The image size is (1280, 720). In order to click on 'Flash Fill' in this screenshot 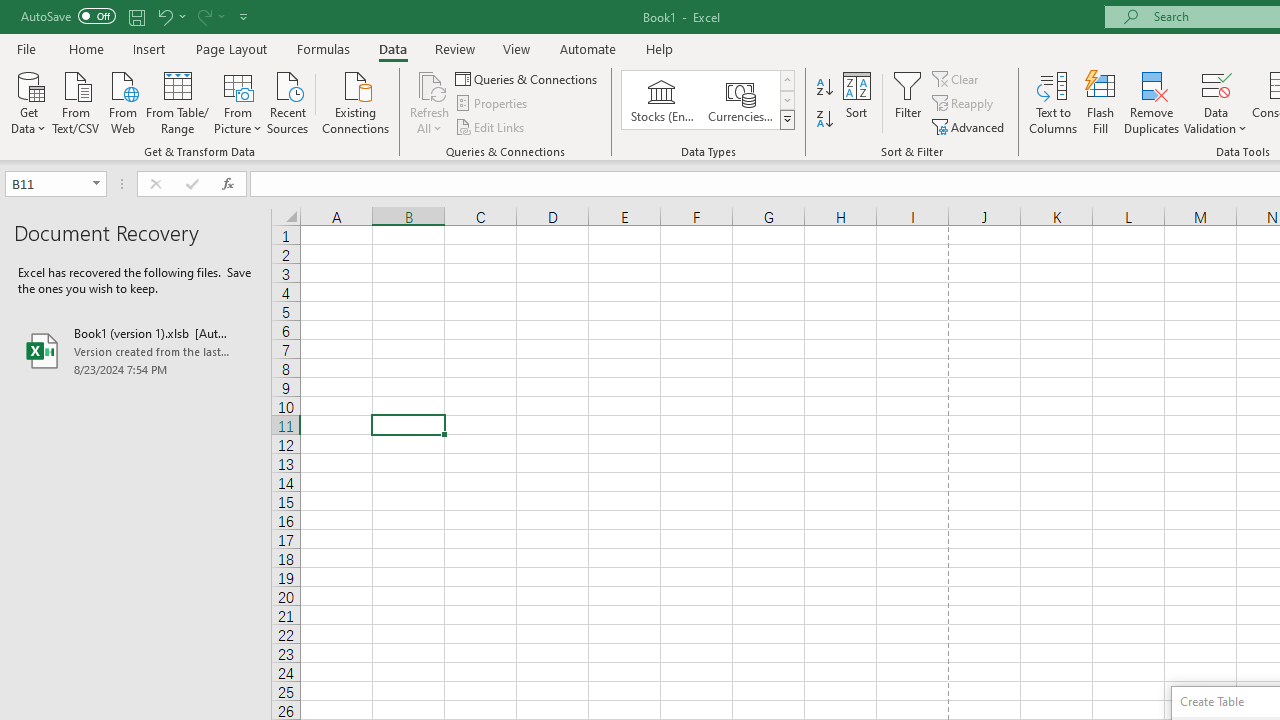, I will do `click(1100, 103)`.